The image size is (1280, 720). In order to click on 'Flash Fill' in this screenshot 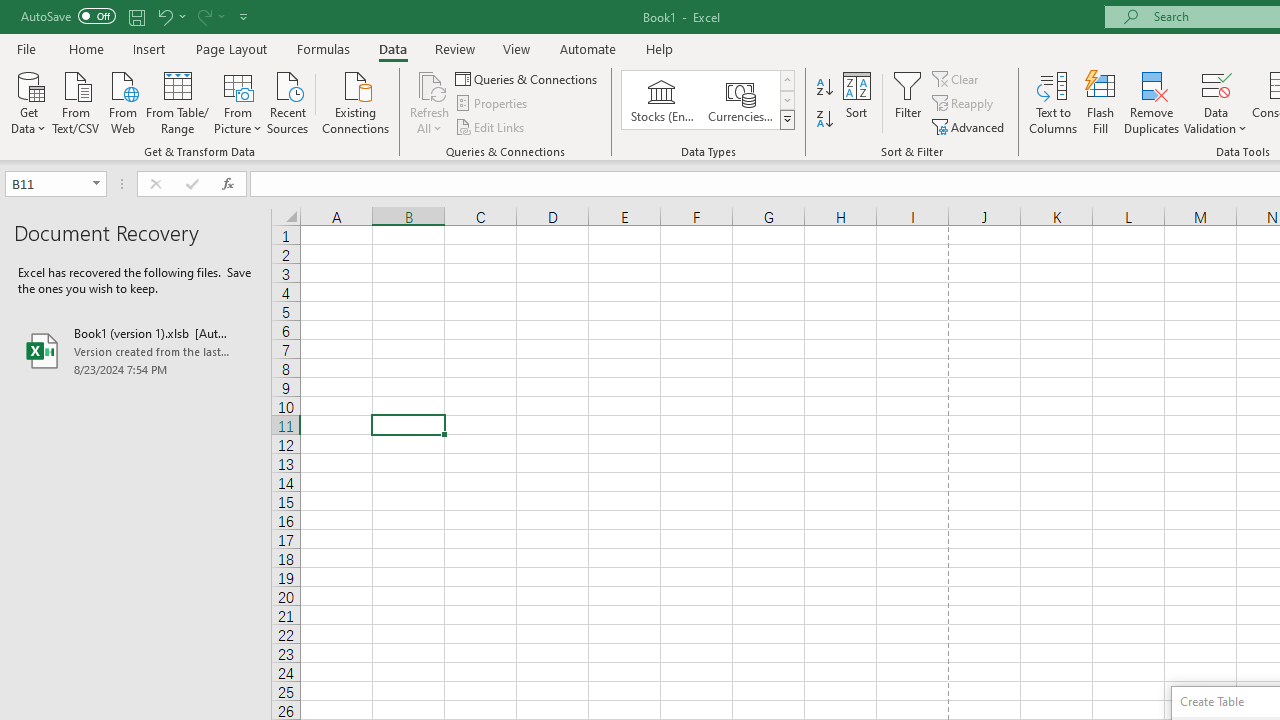, I will do `click(1100, 103)`.